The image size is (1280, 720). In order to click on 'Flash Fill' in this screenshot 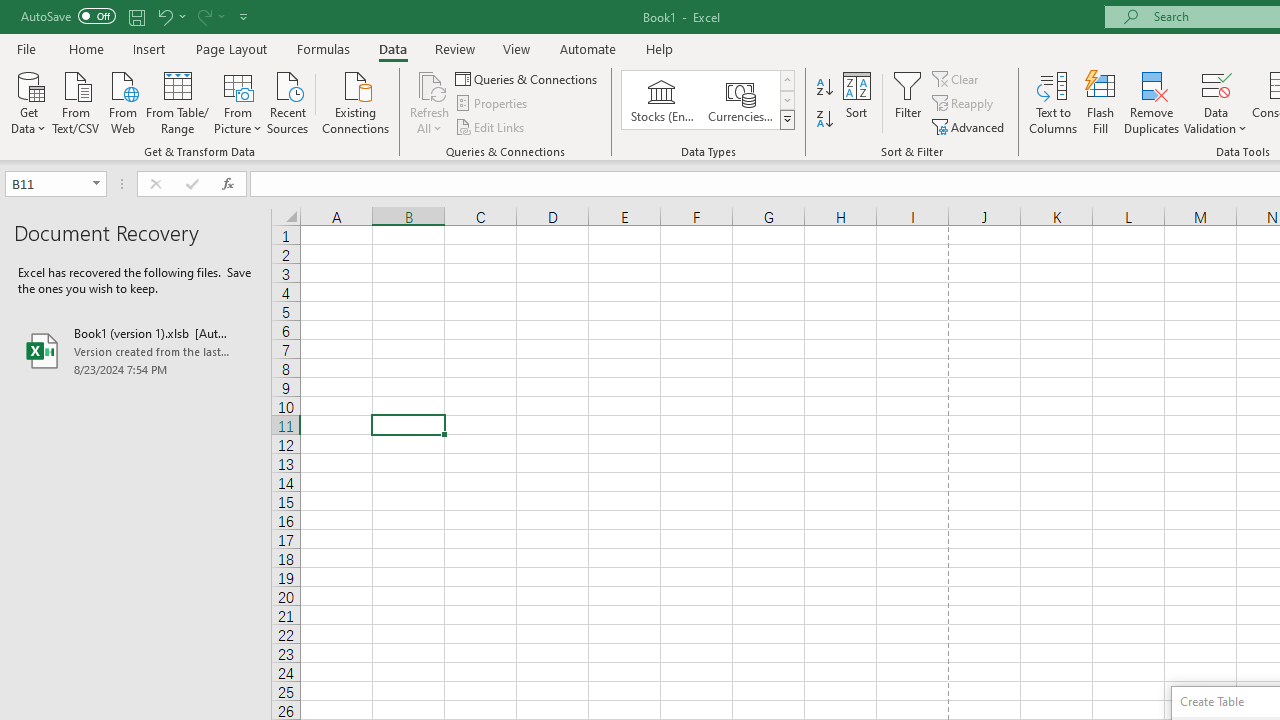, I will do `click(1100, 103)`.